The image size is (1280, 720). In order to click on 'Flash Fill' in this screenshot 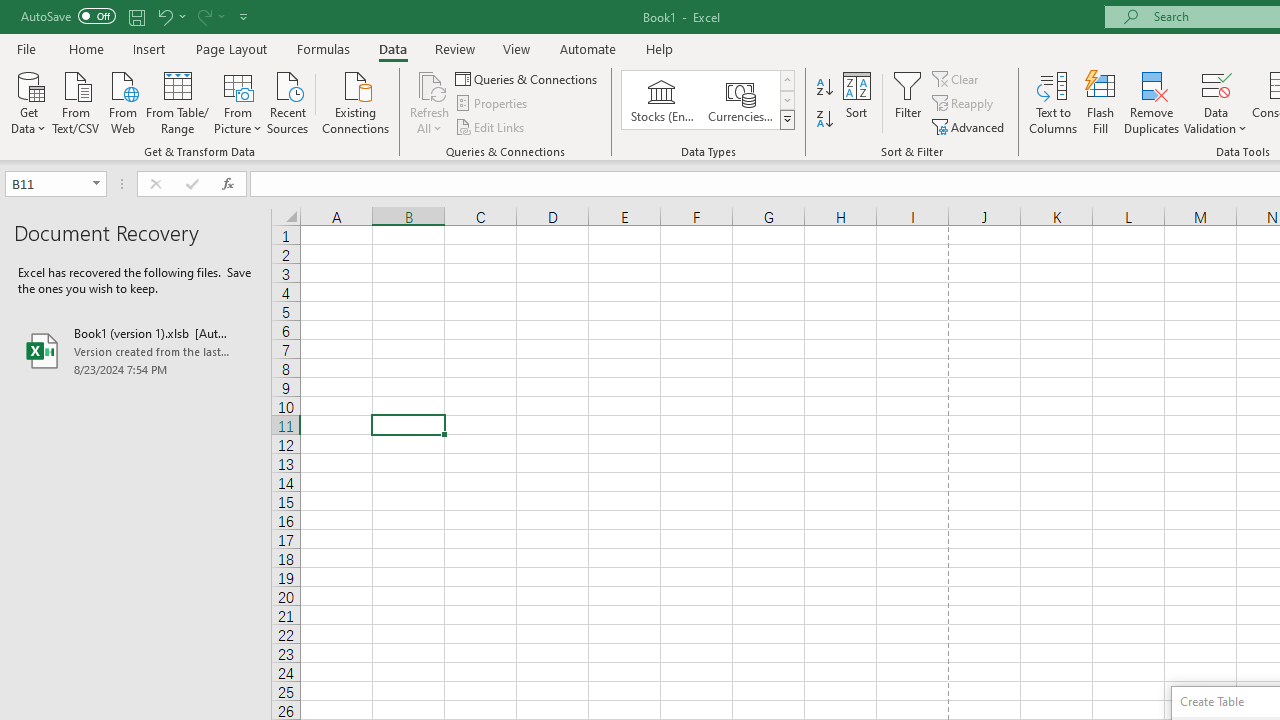, I will do `click(1100, 103)`.